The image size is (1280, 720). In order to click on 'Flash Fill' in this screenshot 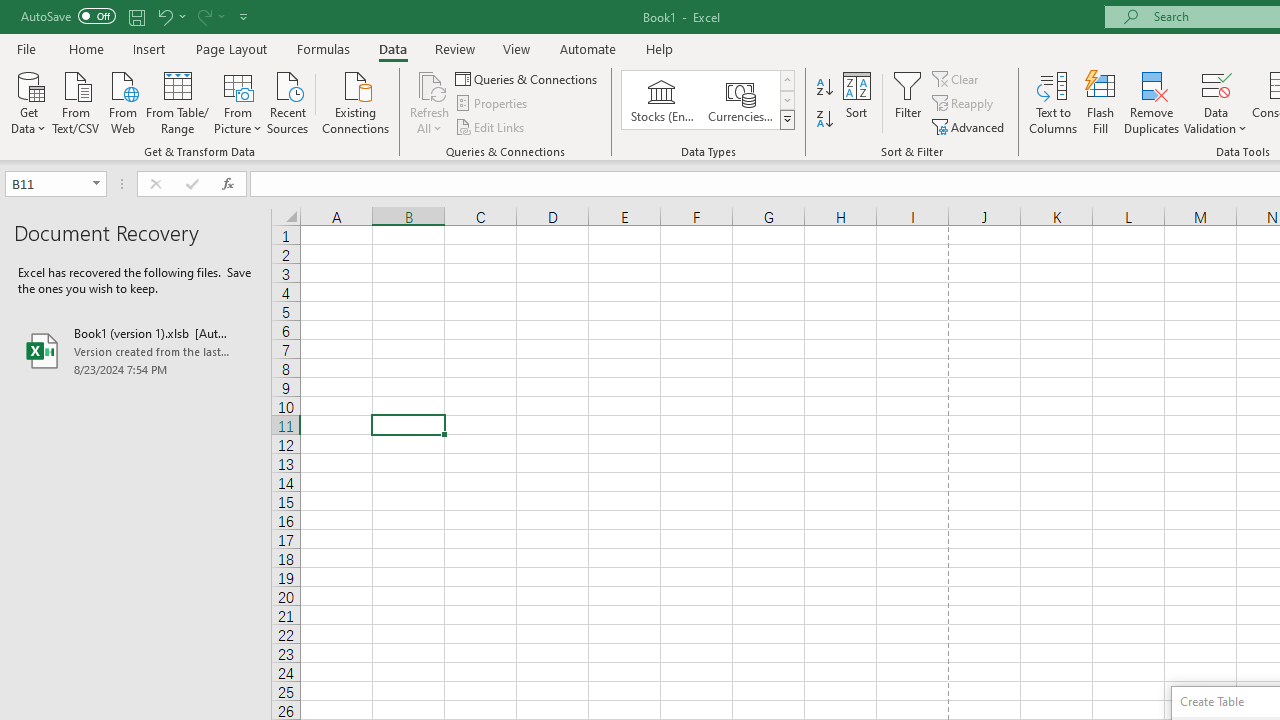, I will do `click(1100, 103)`.